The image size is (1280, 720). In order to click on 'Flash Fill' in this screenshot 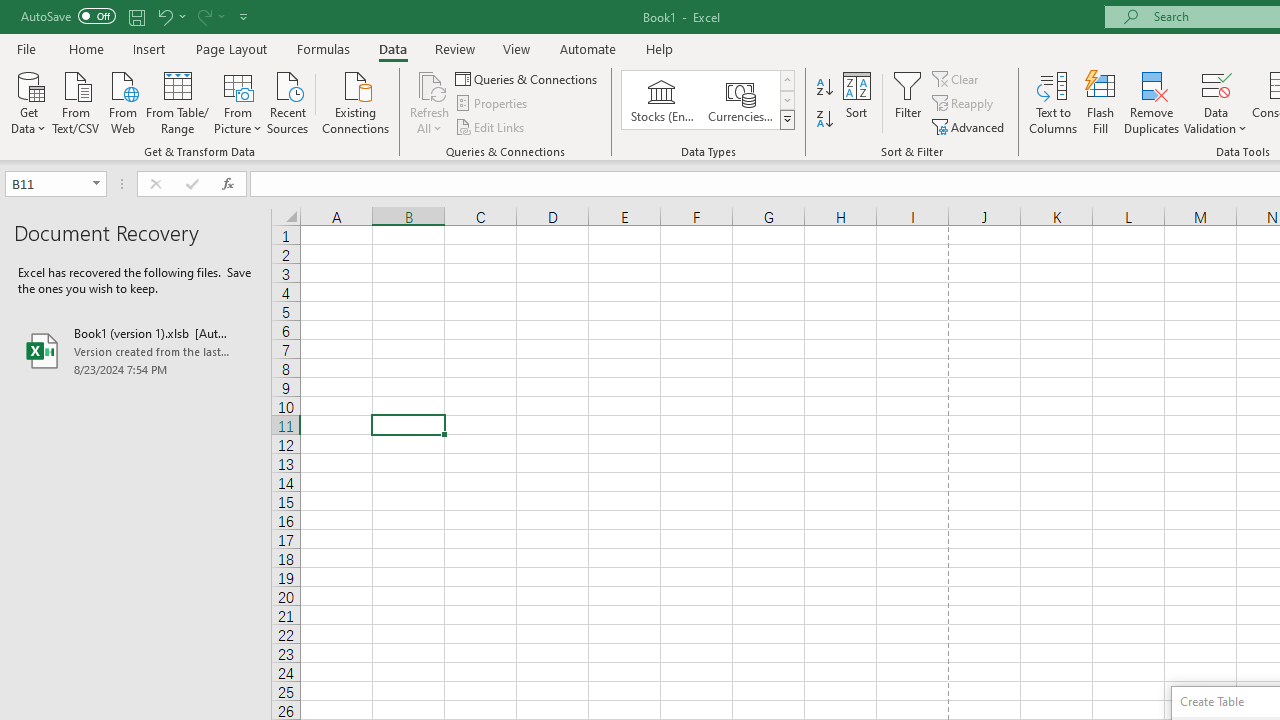, I will do `click(1100, 103)`.